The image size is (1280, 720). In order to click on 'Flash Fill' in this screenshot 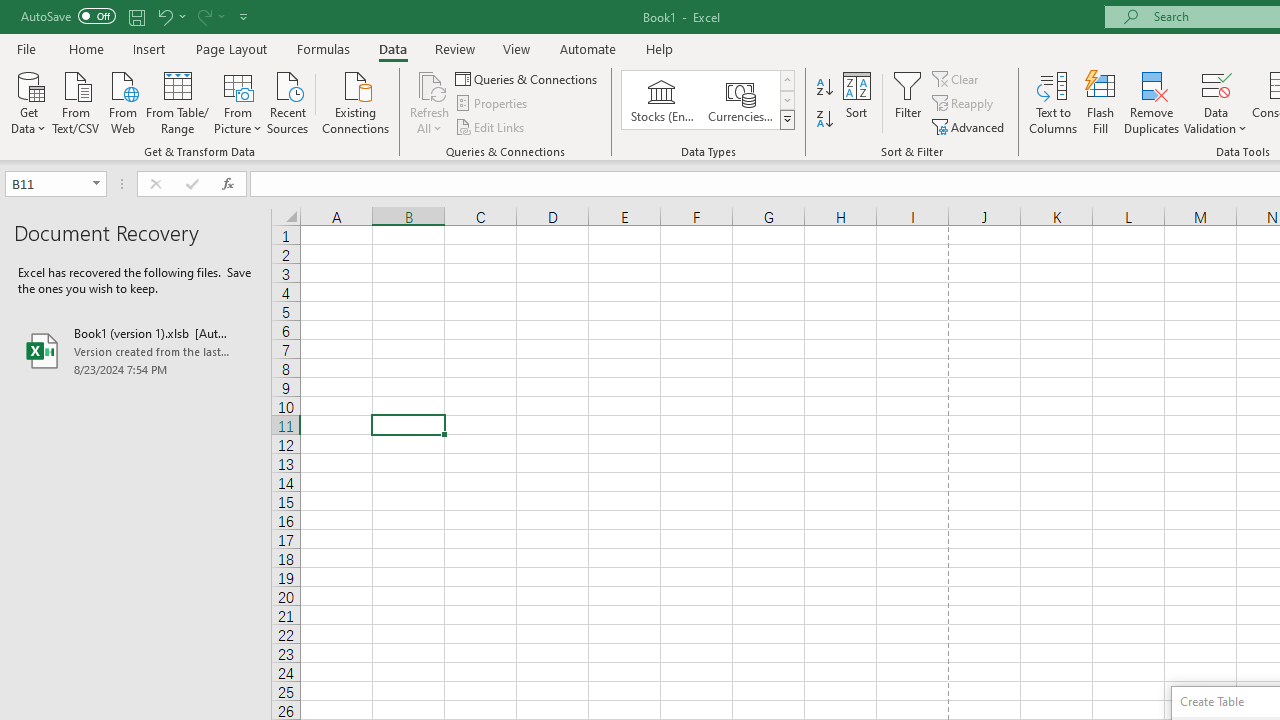, I will do `click(1100, 103)`.